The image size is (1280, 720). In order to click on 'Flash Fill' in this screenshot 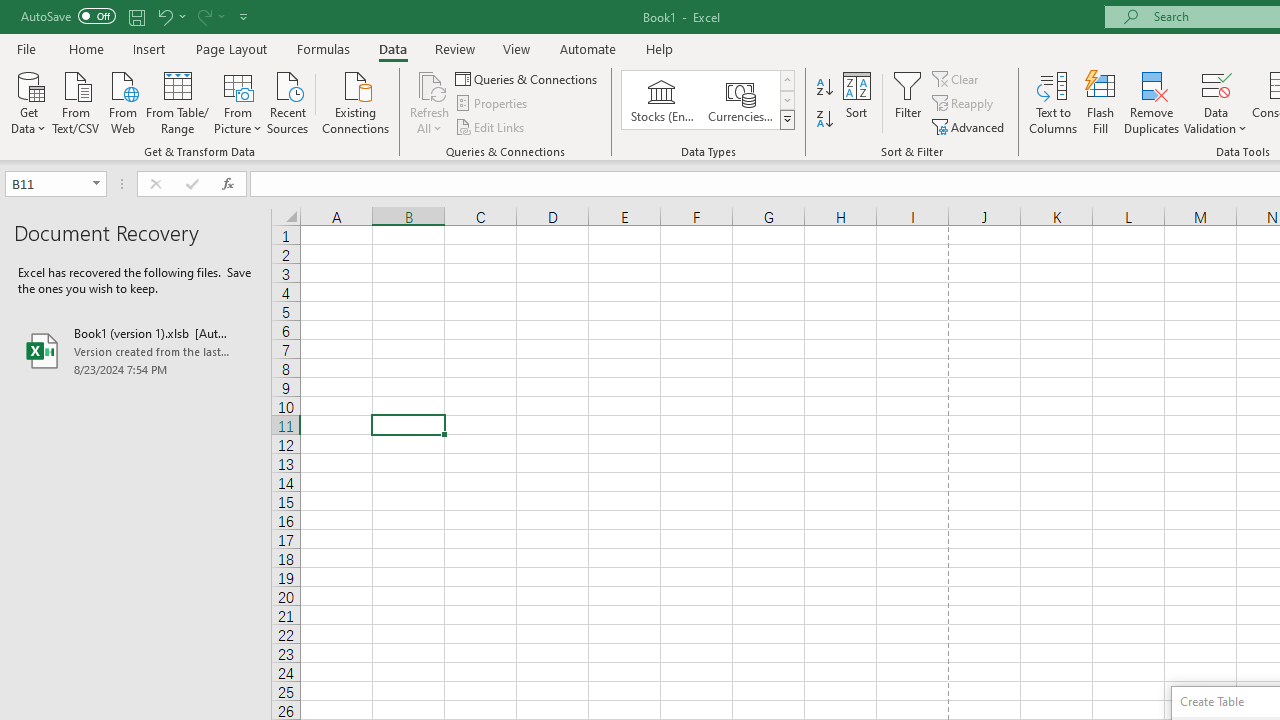, I will do `click(1100, 103)`.